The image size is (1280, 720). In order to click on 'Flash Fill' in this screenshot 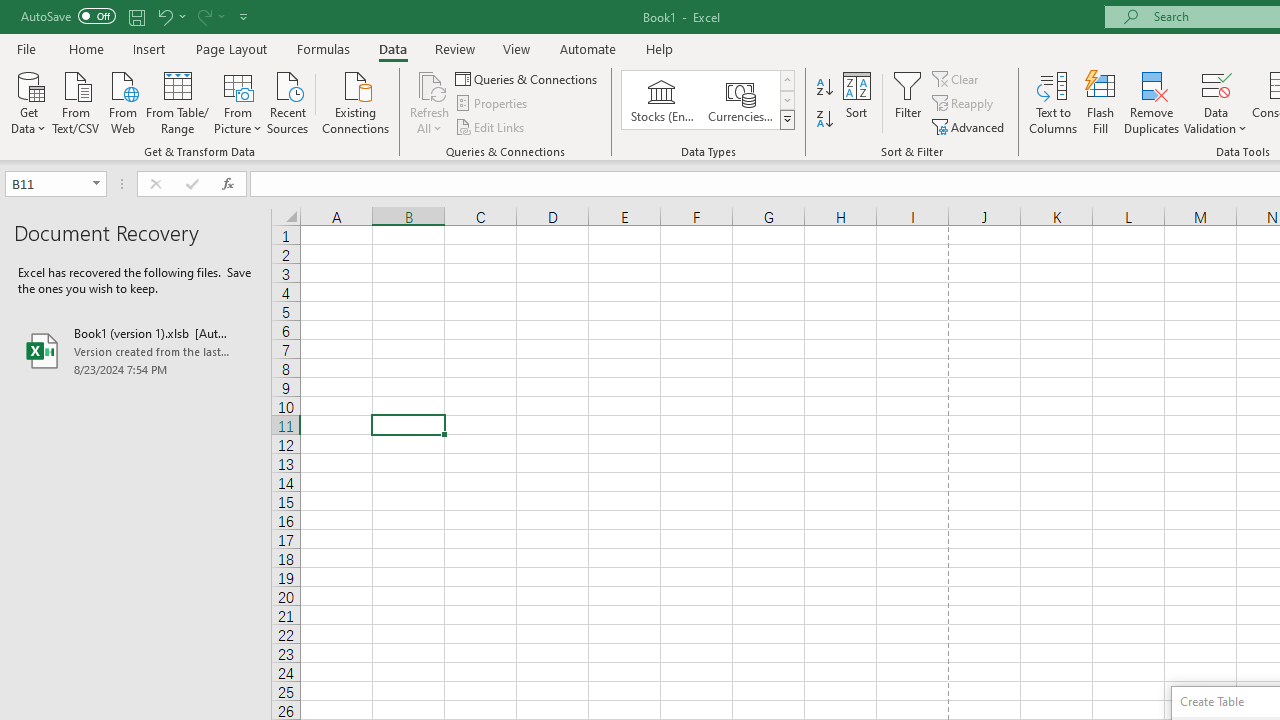, I will do `click(1100, 103)`.